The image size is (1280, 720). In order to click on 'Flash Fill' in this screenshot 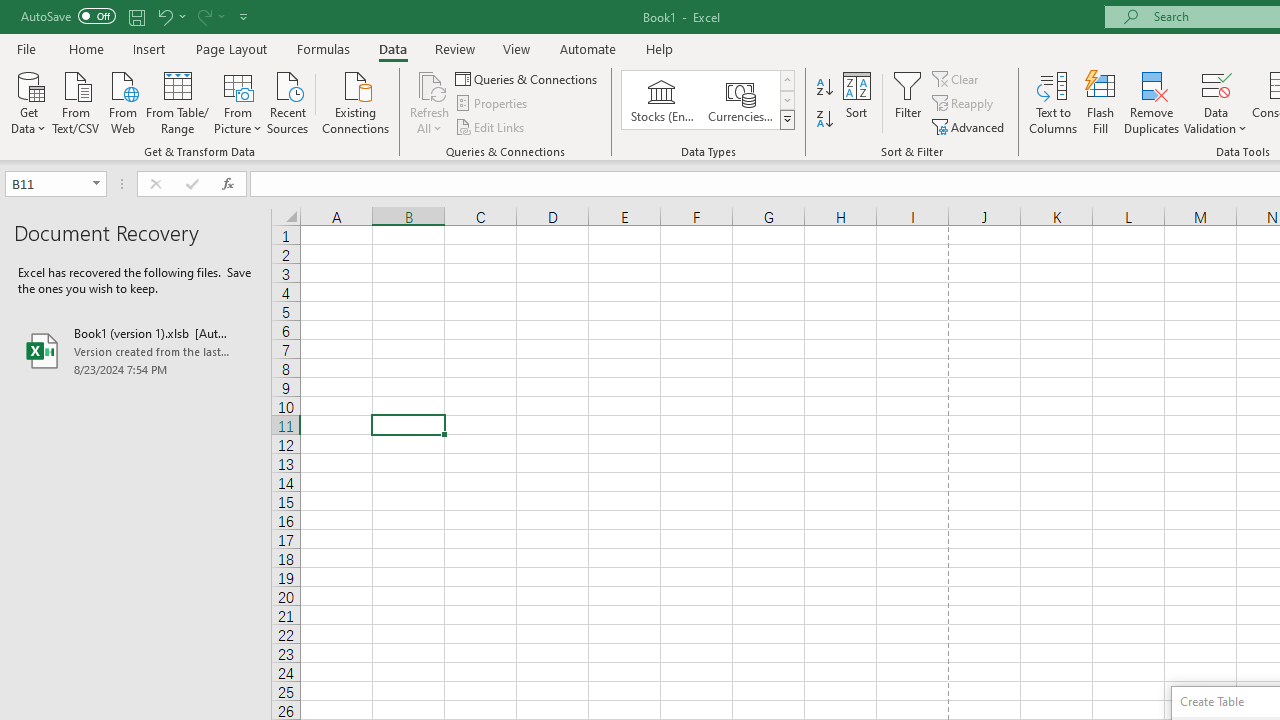, I will do `click(1100, 103)`.